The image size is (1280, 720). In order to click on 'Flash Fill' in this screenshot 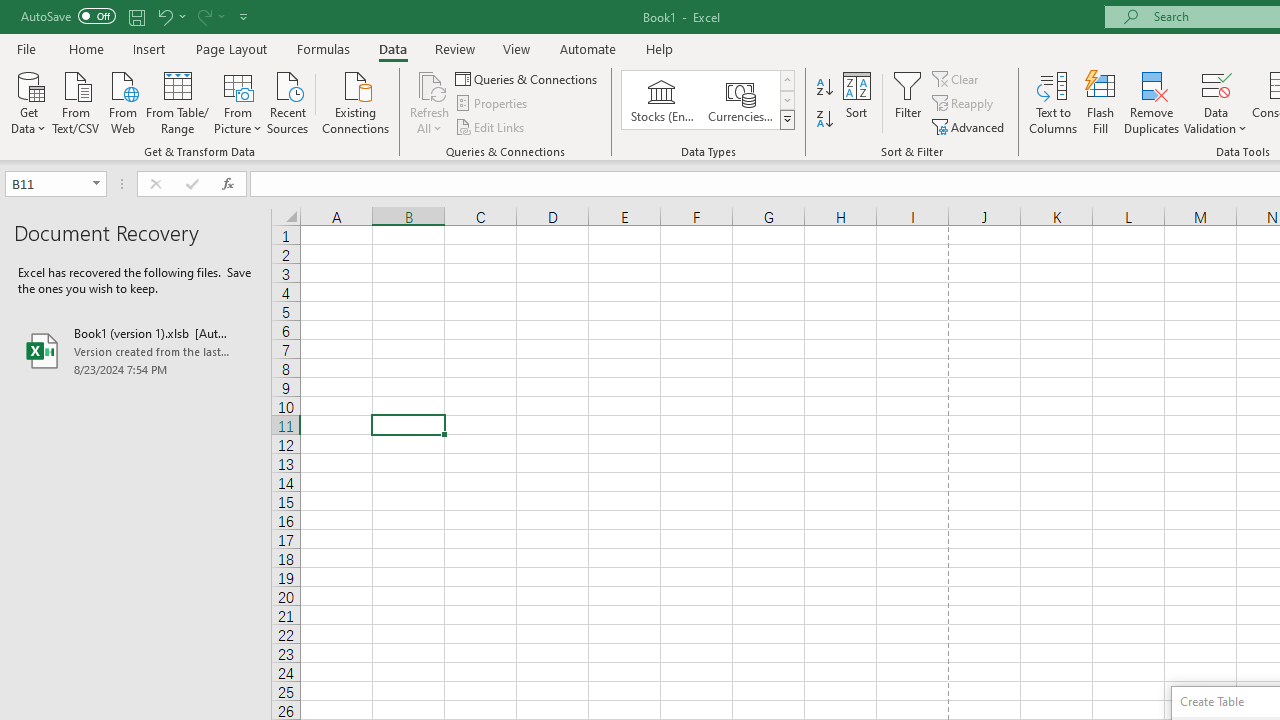, I will do `click(1100, 103)`.